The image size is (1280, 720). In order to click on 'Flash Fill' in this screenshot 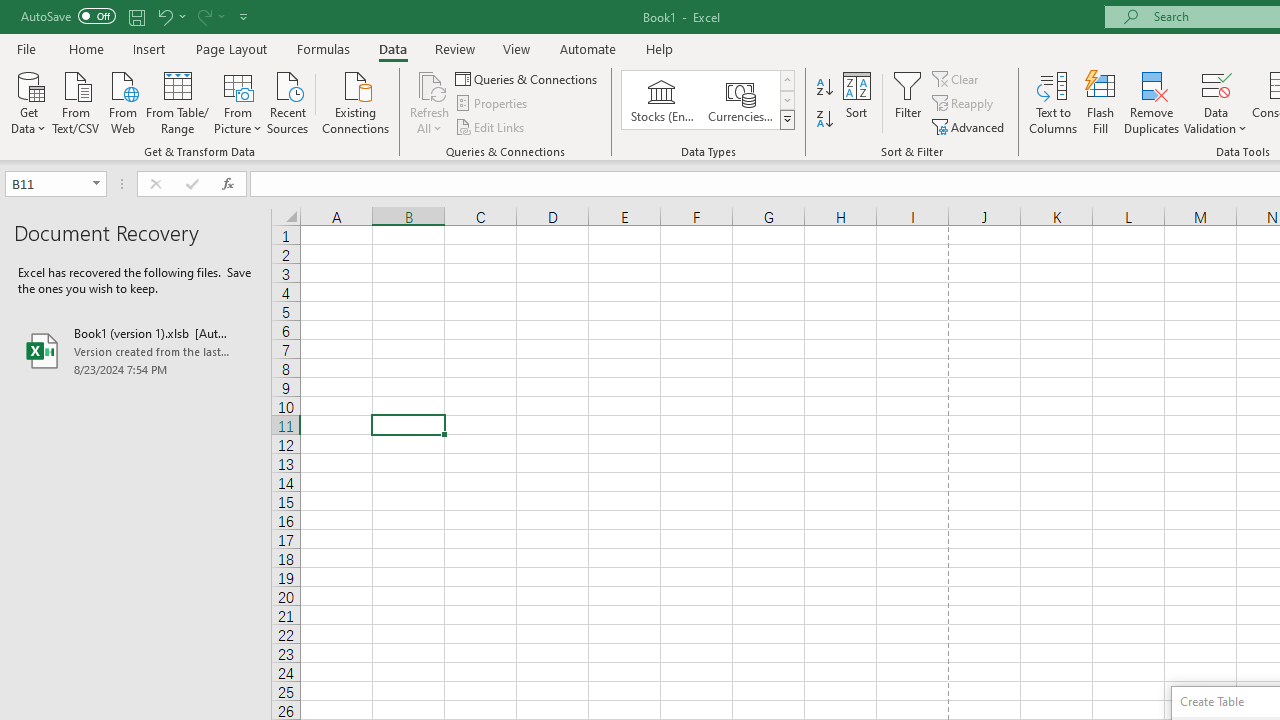, I will do `click(1100, 103)`.